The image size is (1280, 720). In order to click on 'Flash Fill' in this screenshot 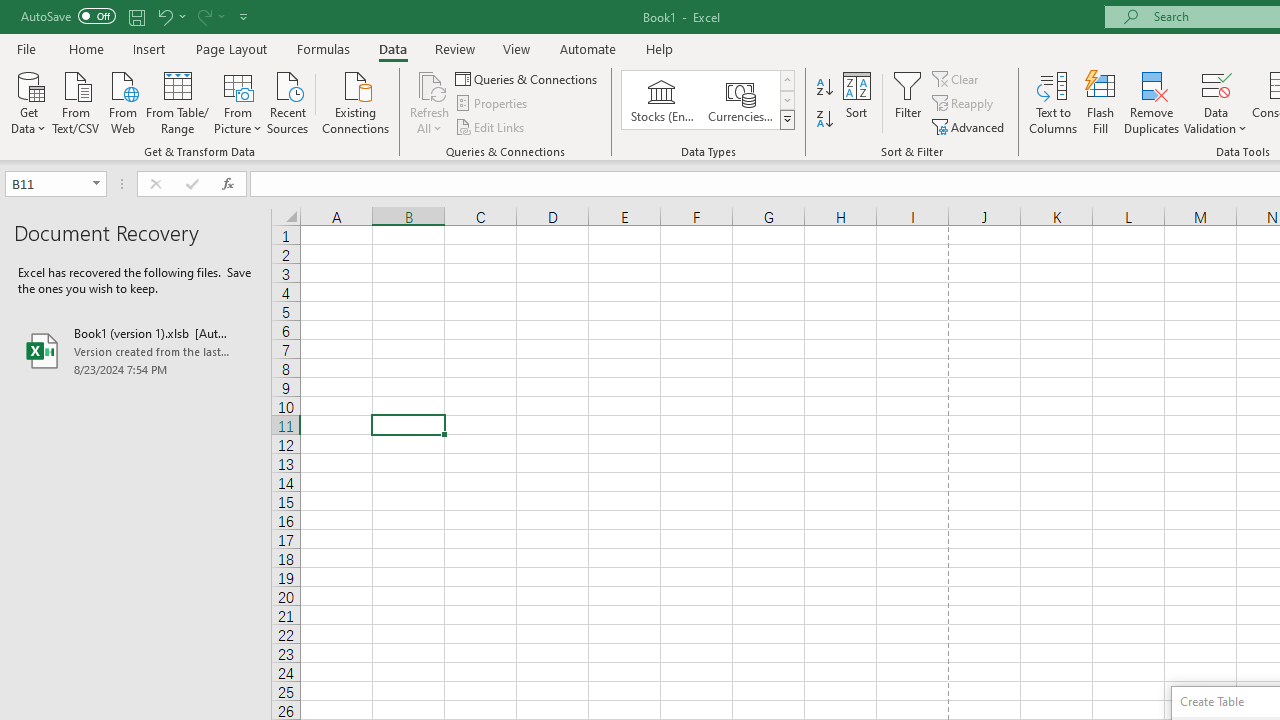, I will do `click(1100, 103)`.